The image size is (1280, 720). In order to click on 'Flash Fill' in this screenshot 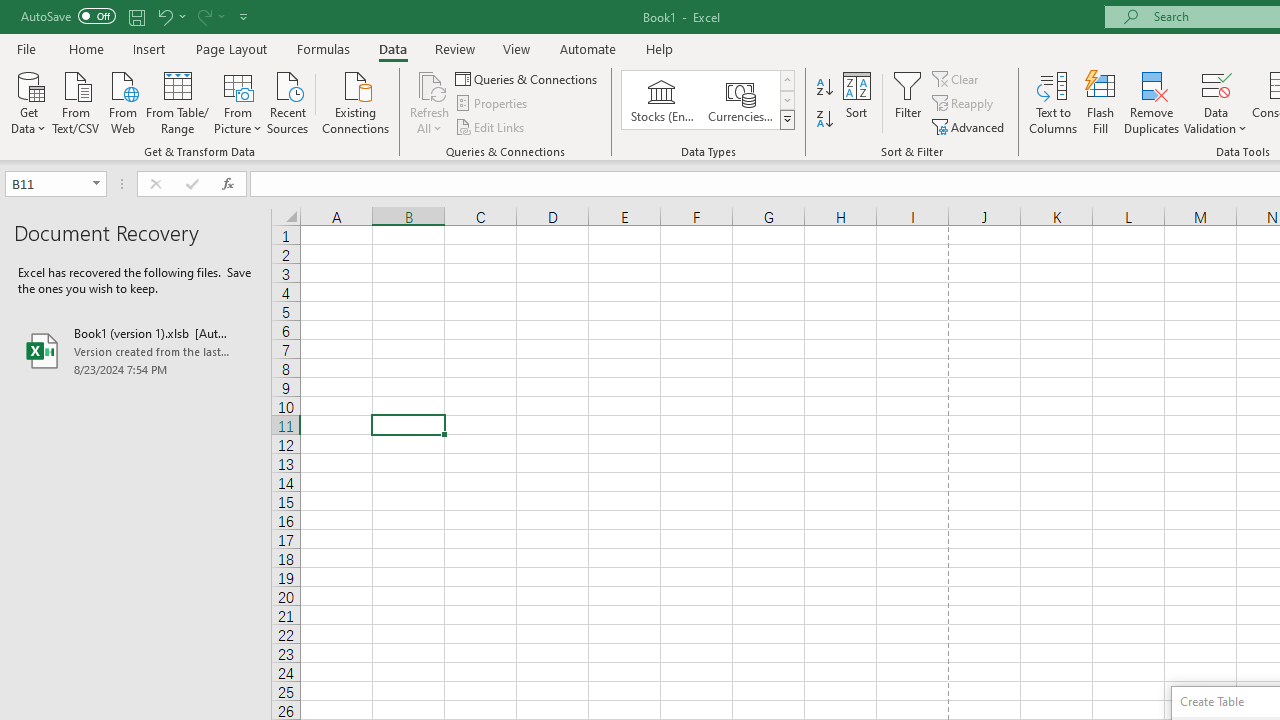, I will do `click(1100, 103)`.